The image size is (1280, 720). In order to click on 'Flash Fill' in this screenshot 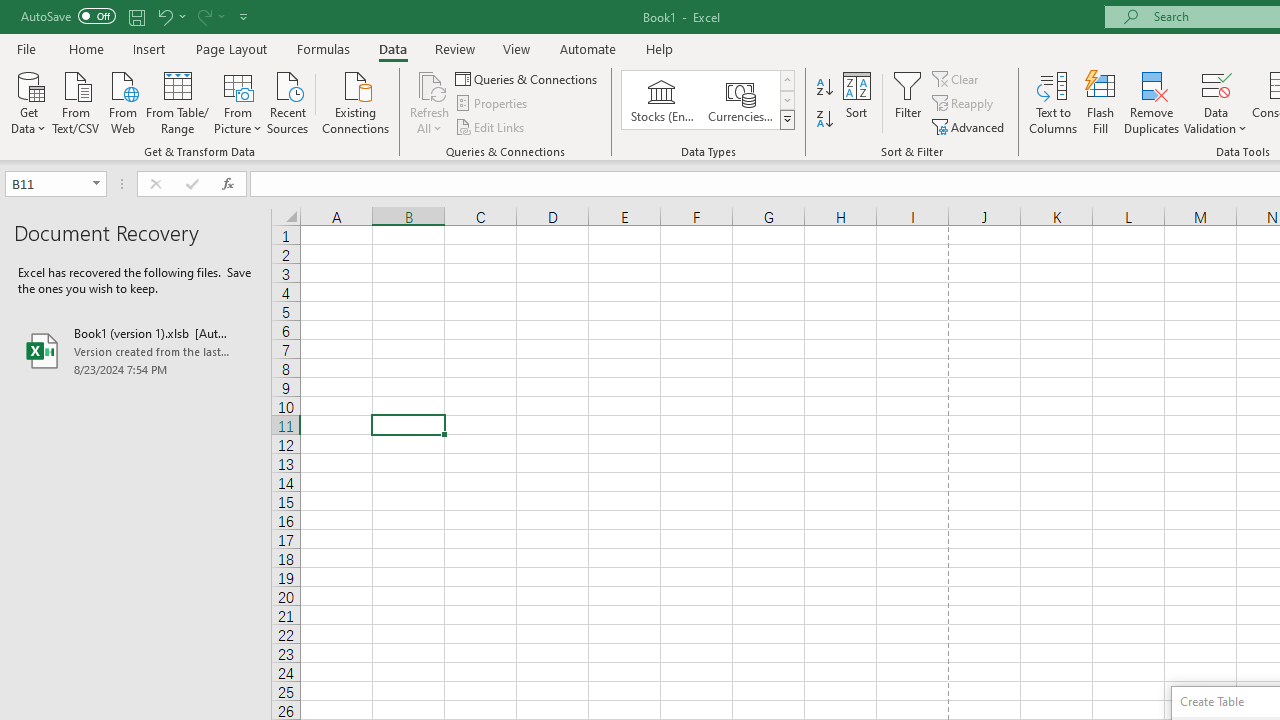, I will do `click(1100, 103)`.